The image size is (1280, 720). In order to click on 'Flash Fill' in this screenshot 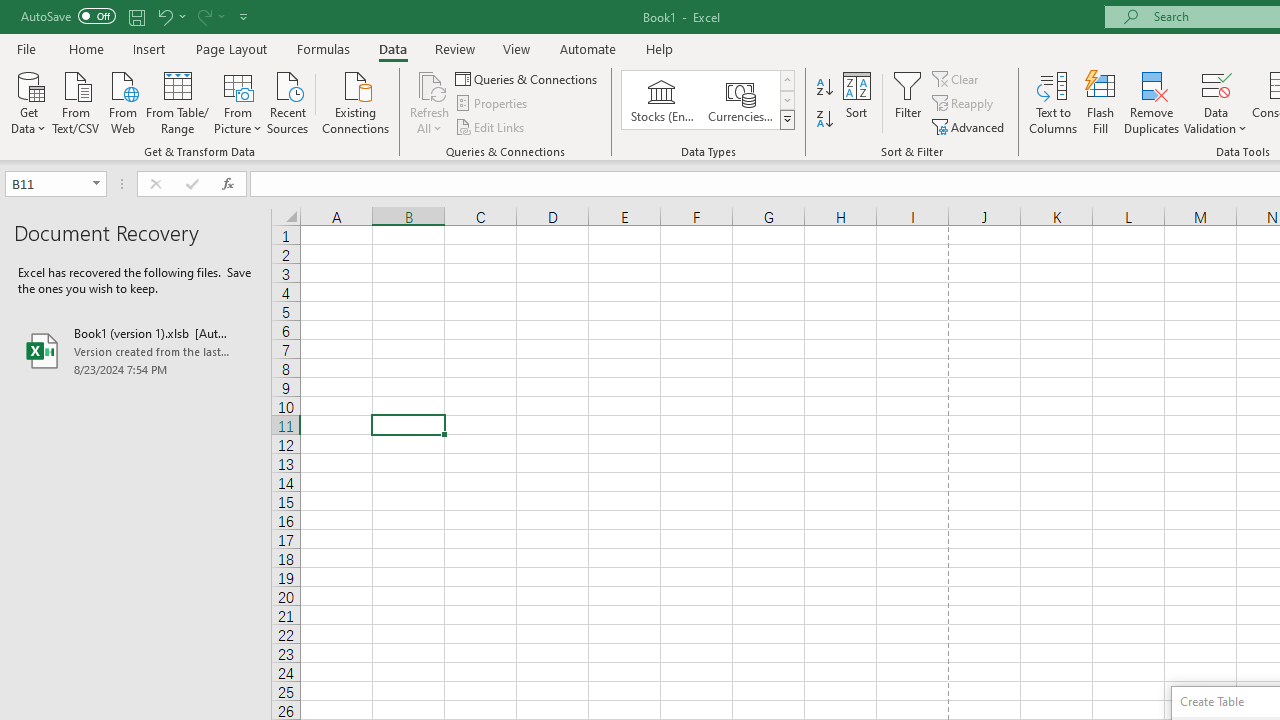, I will do `click(1100, 103)`.